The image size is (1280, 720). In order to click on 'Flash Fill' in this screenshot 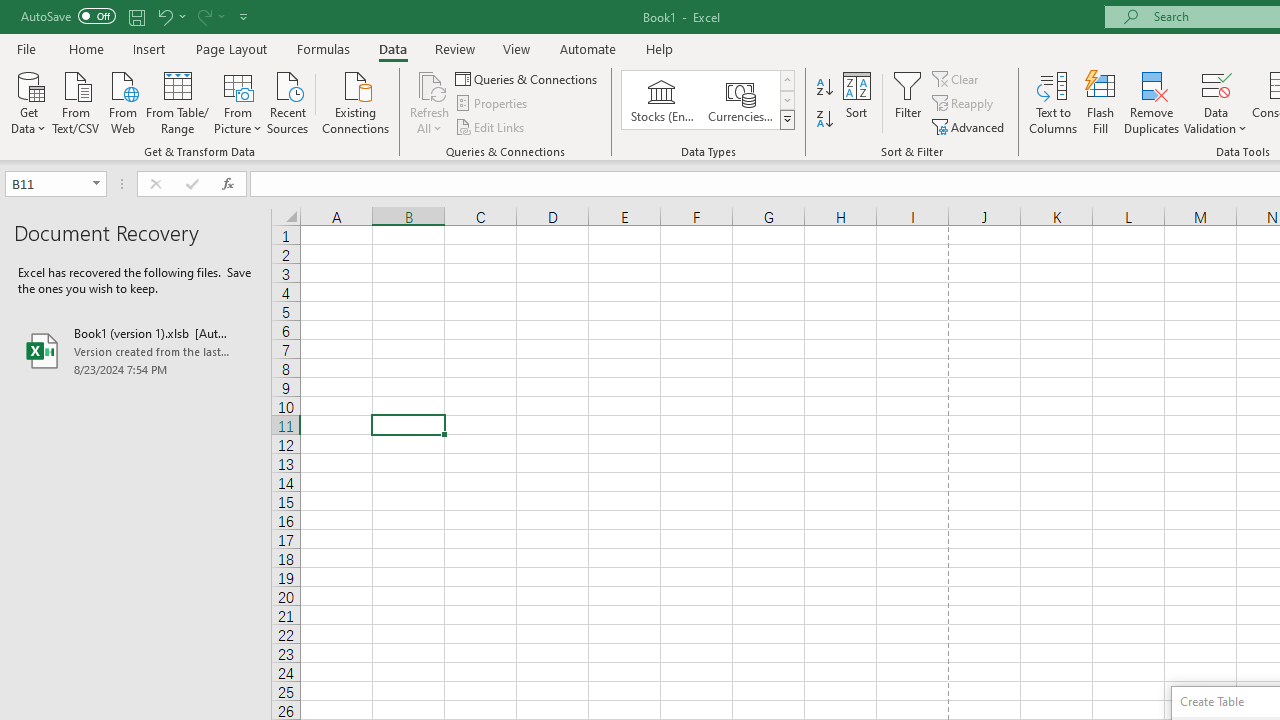, I will do `click(1100, 103)`.